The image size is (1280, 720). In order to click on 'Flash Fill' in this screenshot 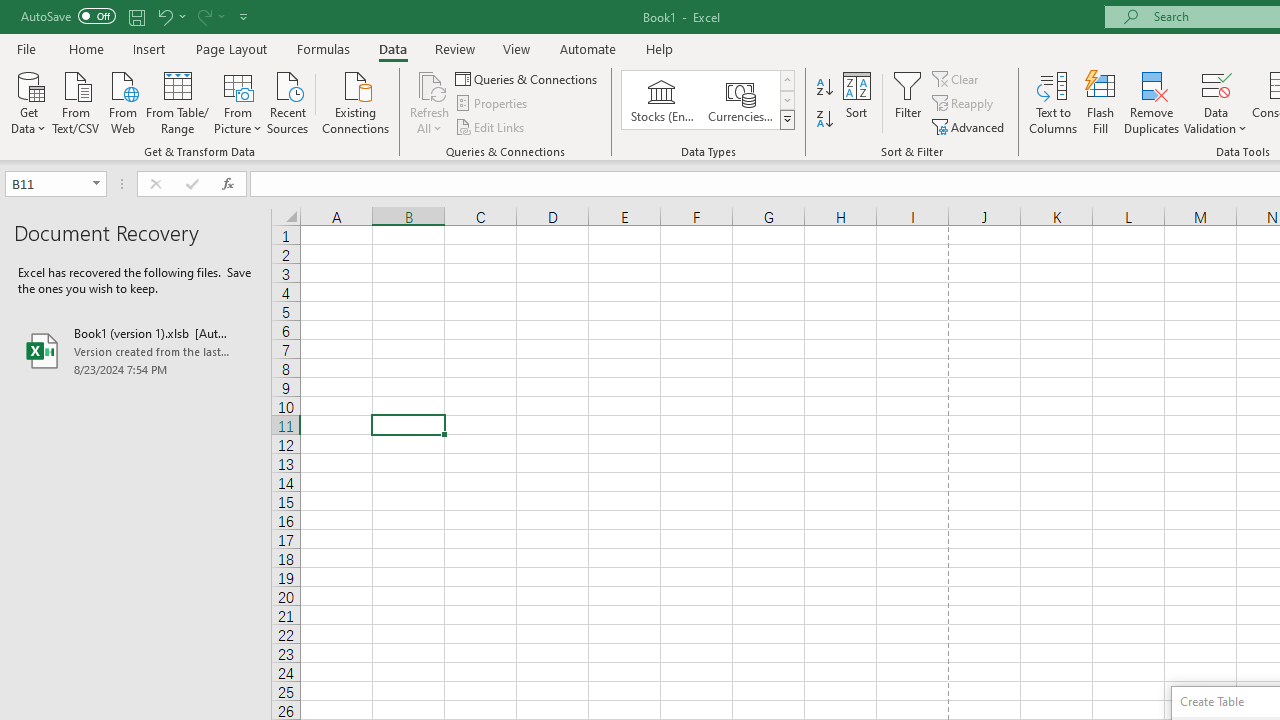, I will do `click(1100, 103)`.